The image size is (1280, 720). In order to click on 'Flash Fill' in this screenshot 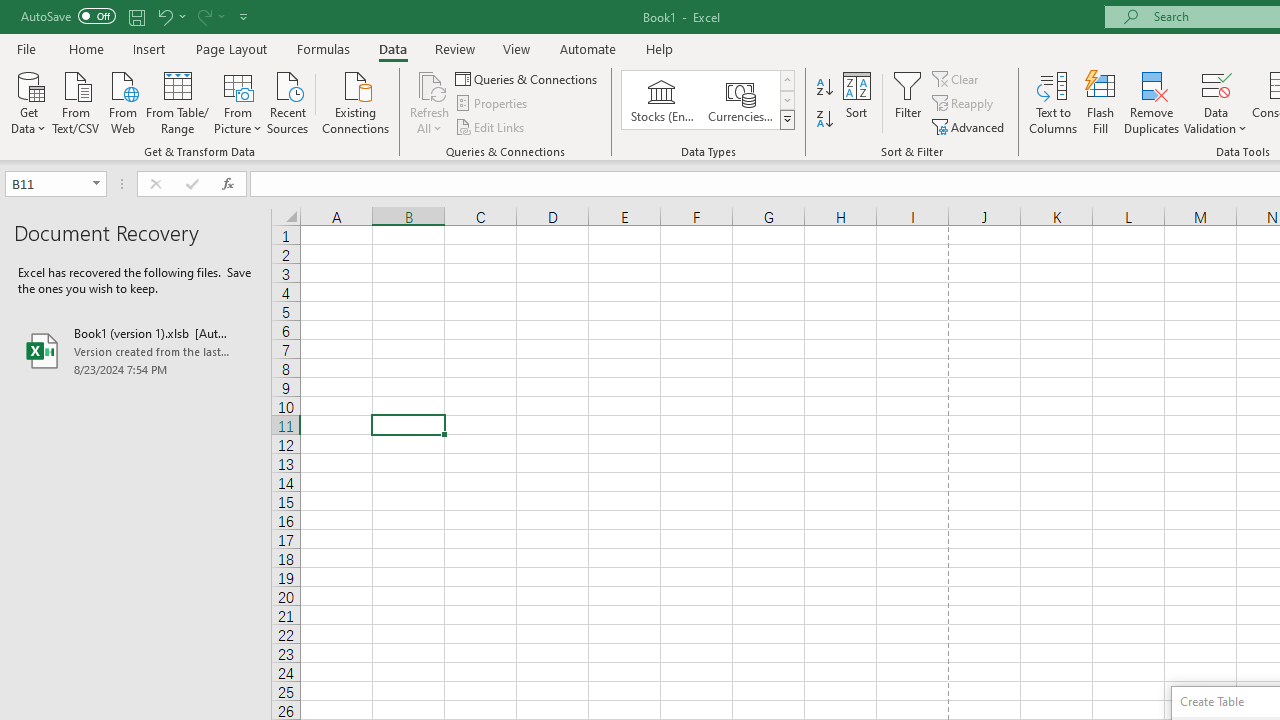, I will do `click(1100, 103)`.